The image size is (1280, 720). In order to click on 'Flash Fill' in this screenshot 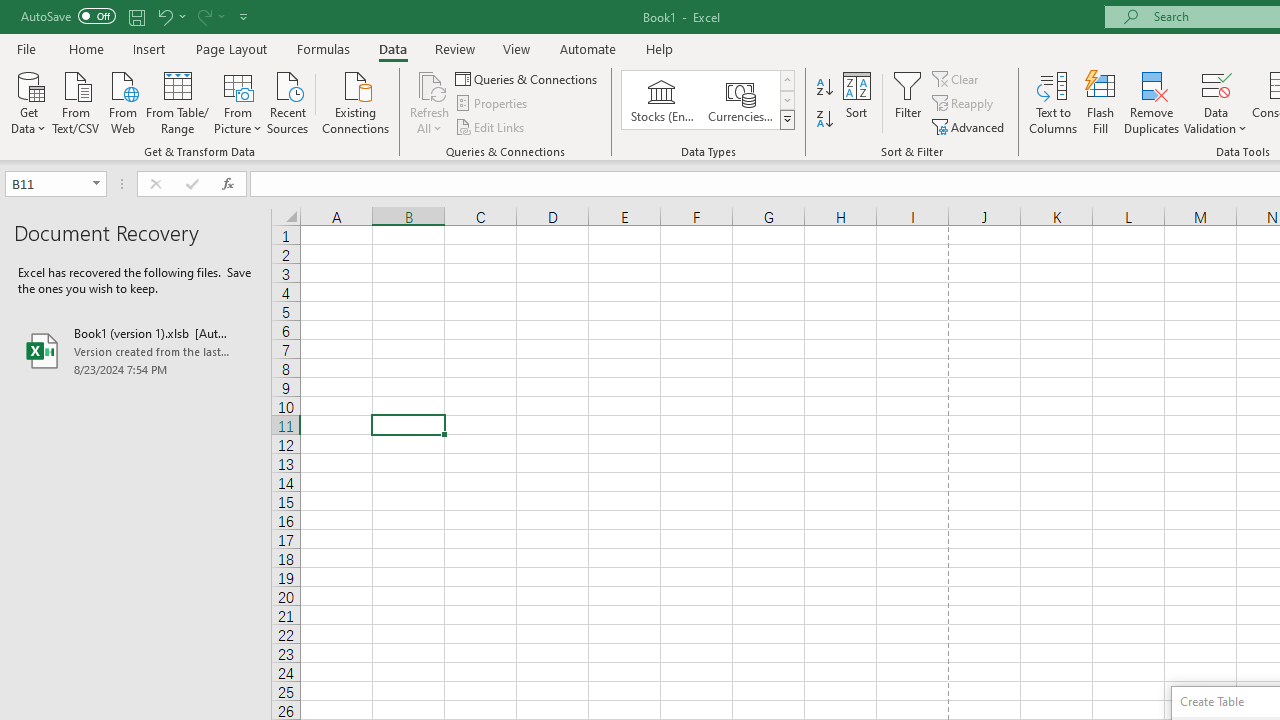, I will do `click(1100, 103)`.